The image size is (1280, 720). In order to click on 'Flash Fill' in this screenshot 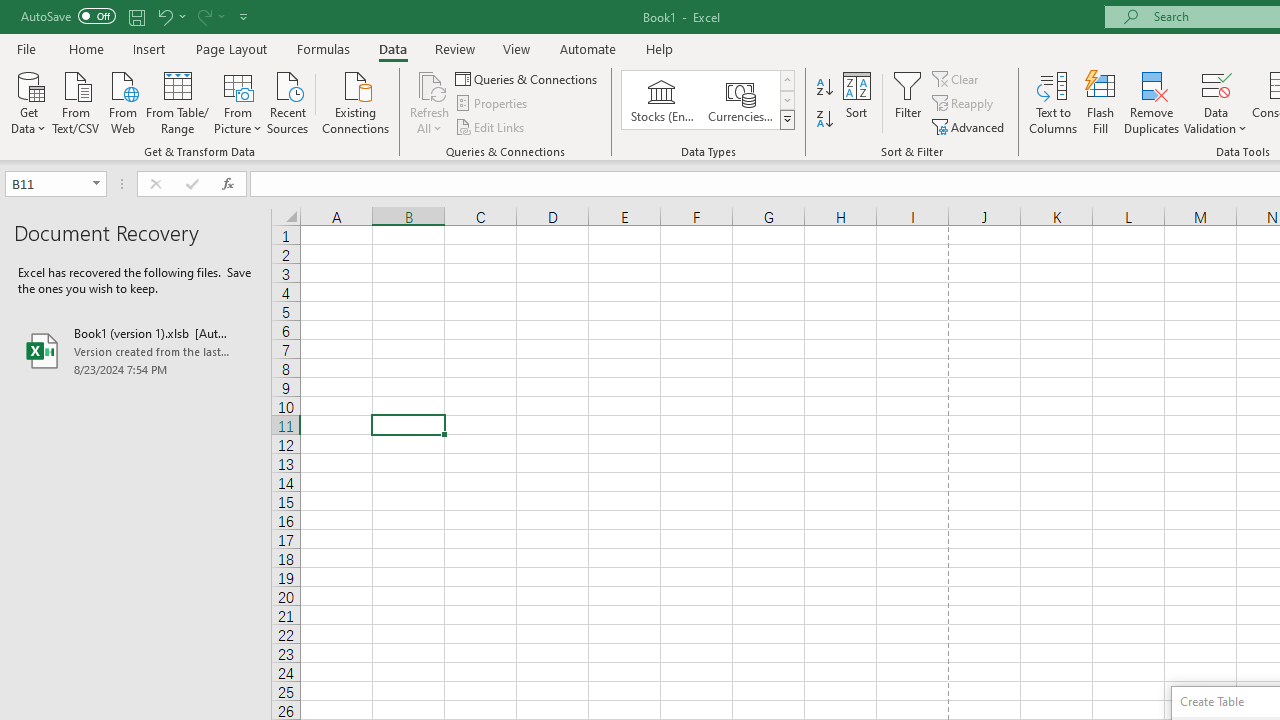, I will do `click(1100, 103)`.